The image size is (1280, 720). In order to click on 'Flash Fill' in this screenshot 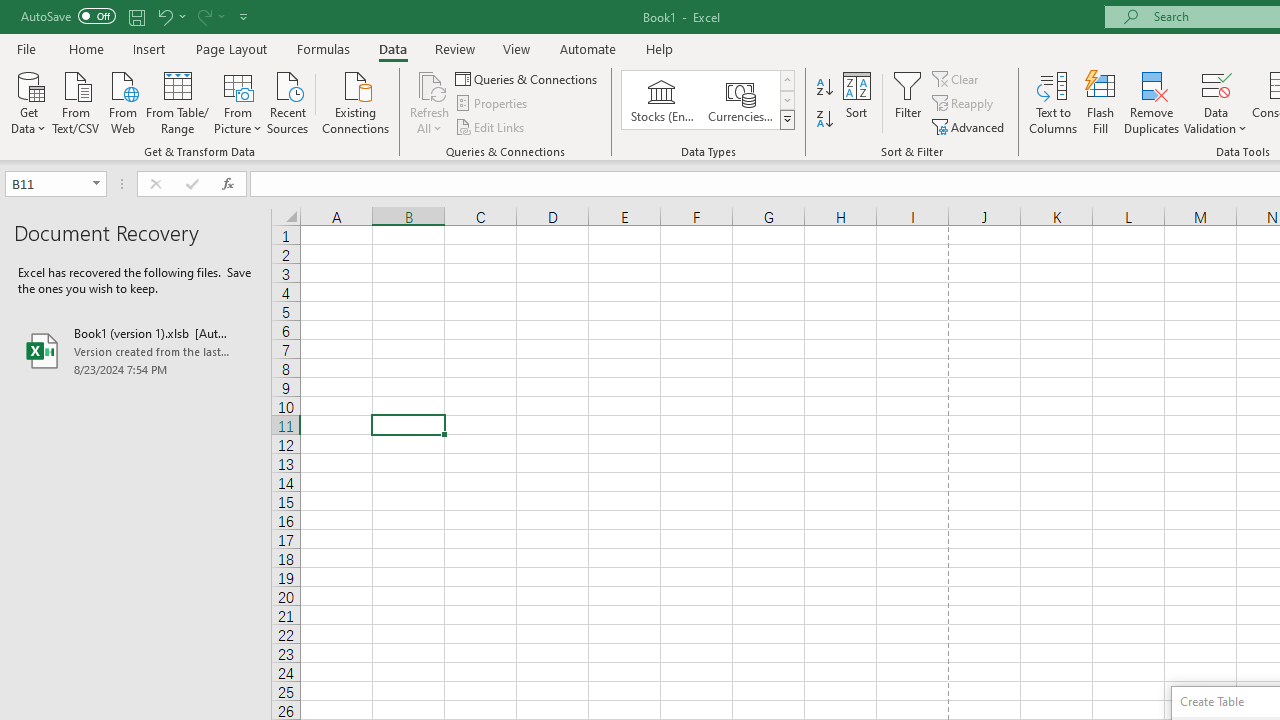, I will do `click(1100, 103)`.